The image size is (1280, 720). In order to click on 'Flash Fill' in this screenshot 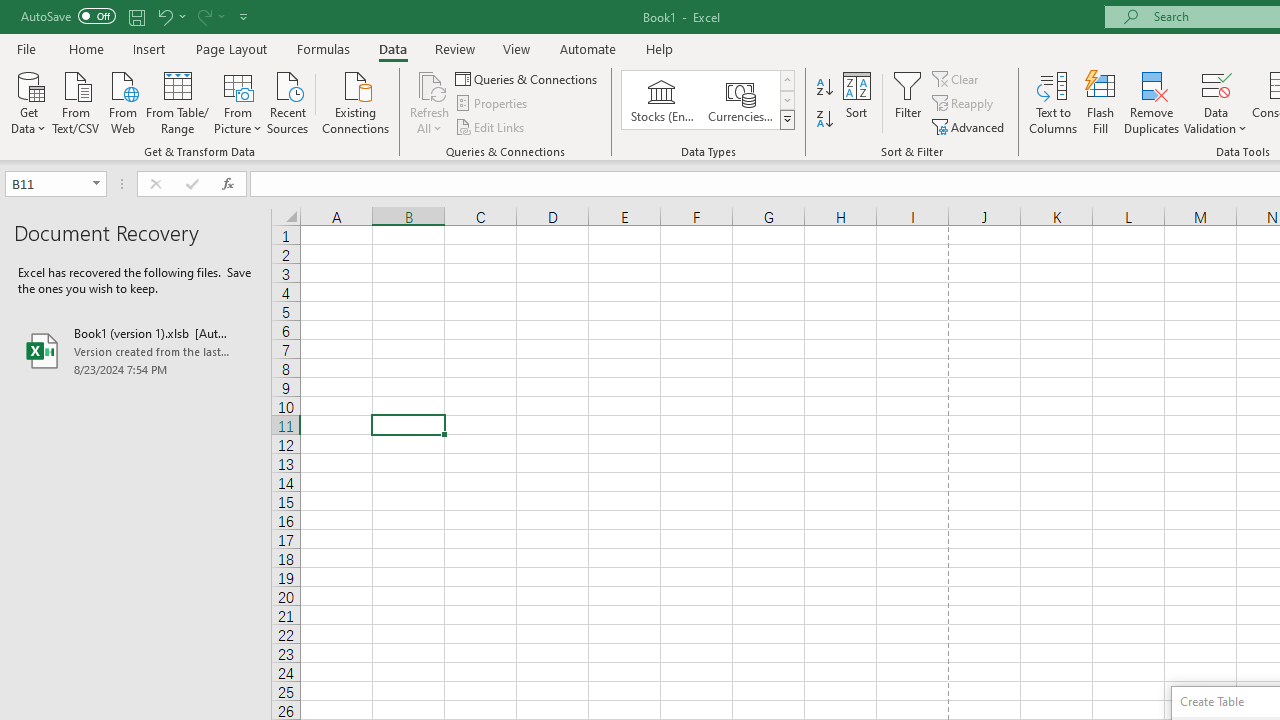, I will do `click(1100, 103)`.